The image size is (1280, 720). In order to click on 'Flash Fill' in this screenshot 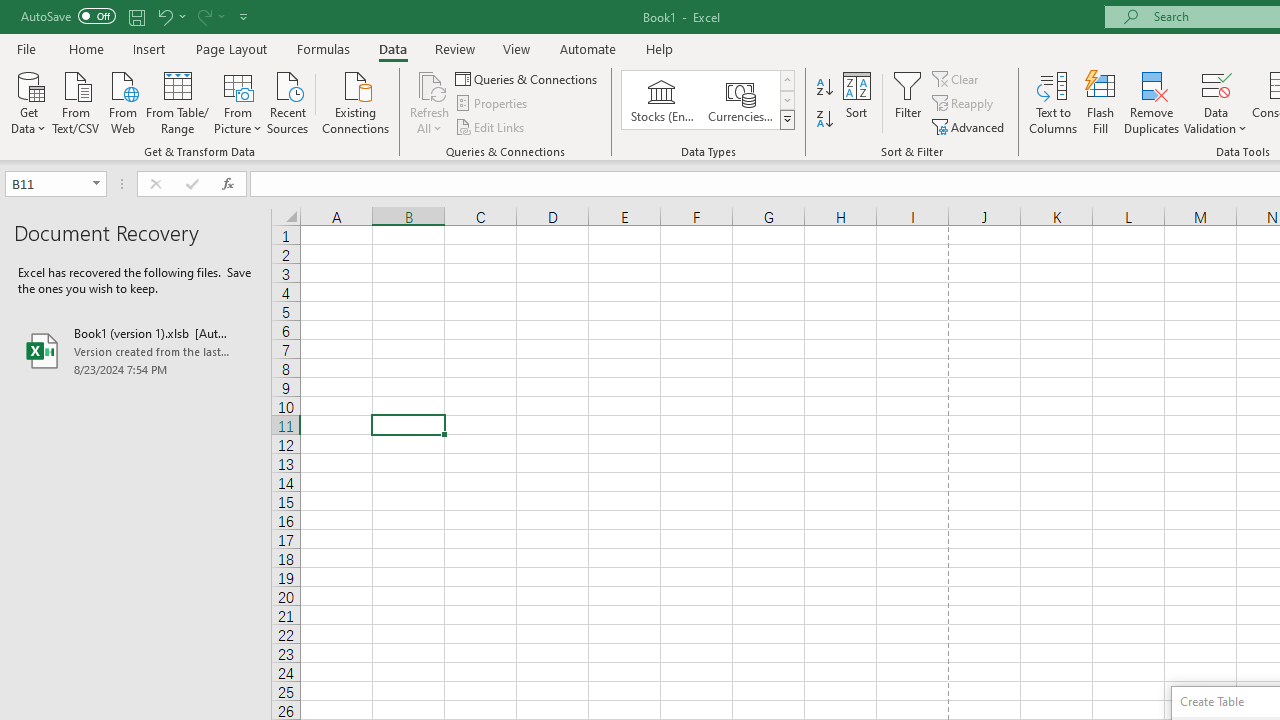, I will do `click(1100, 103)`.